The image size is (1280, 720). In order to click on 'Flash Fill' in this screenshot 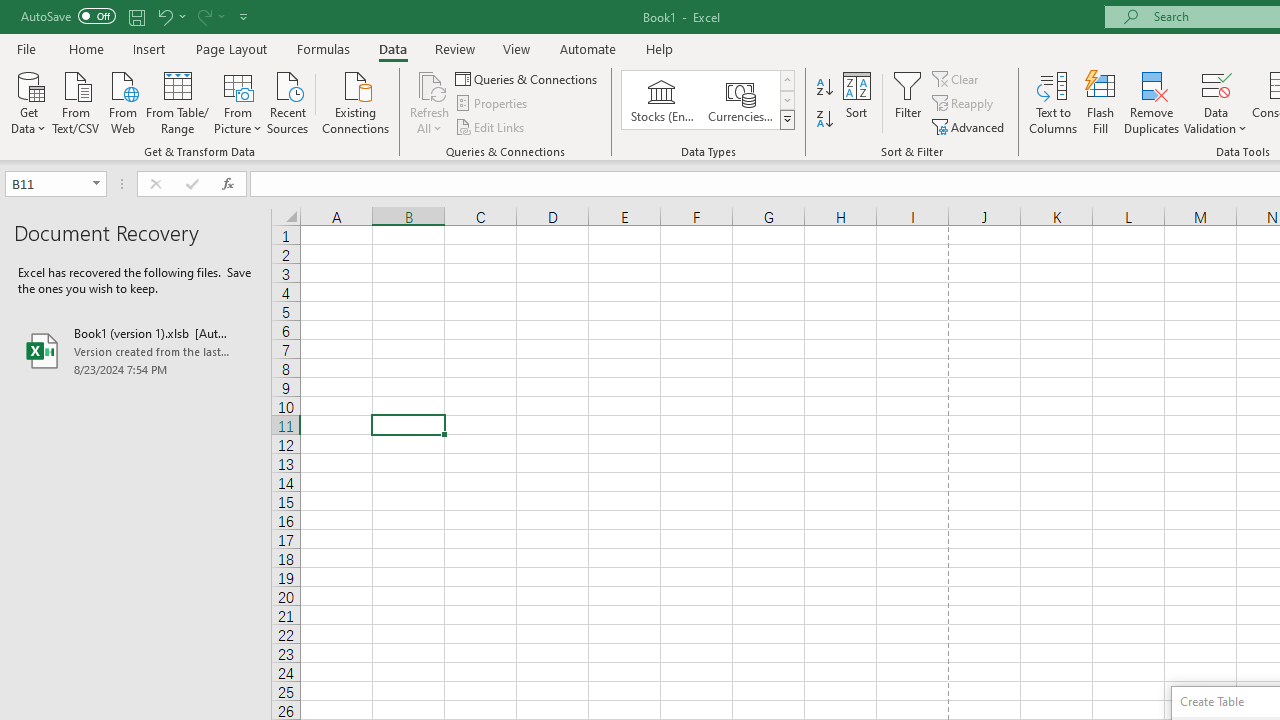, I will do `click(1100, 103)`.